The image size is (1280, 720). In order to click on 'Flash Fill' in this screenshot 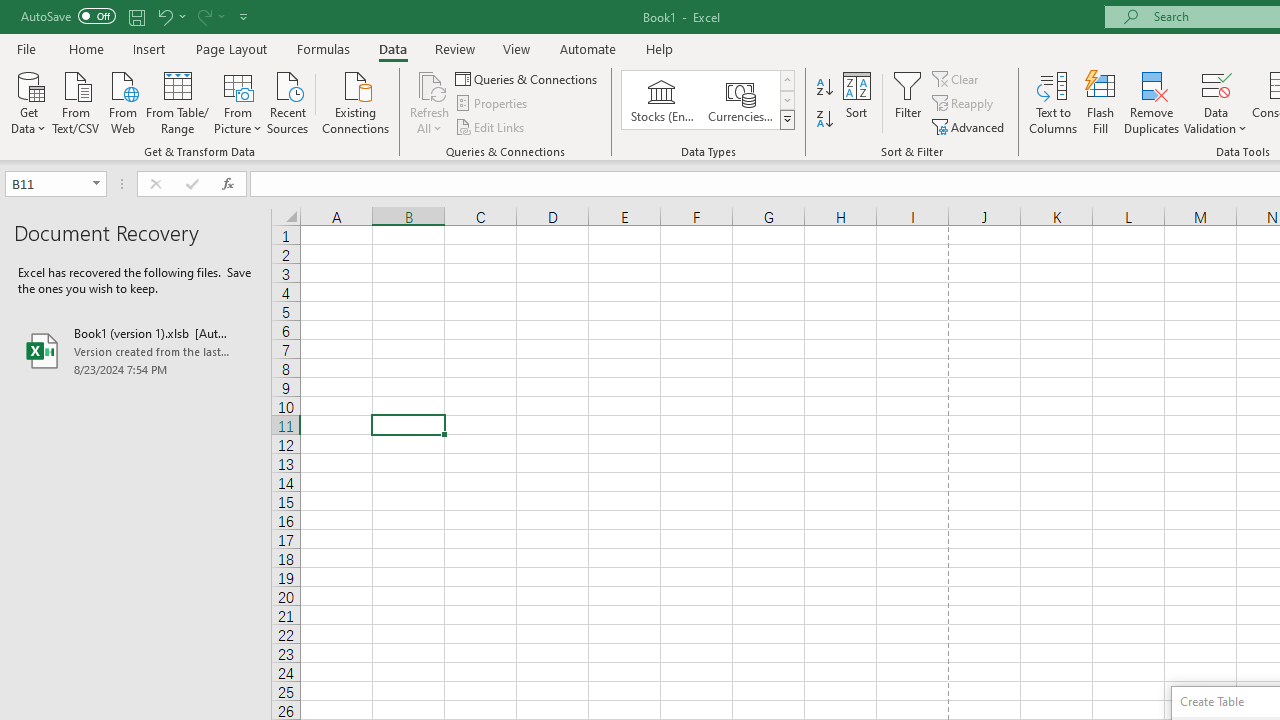, I will do `click(1100, 103)`.